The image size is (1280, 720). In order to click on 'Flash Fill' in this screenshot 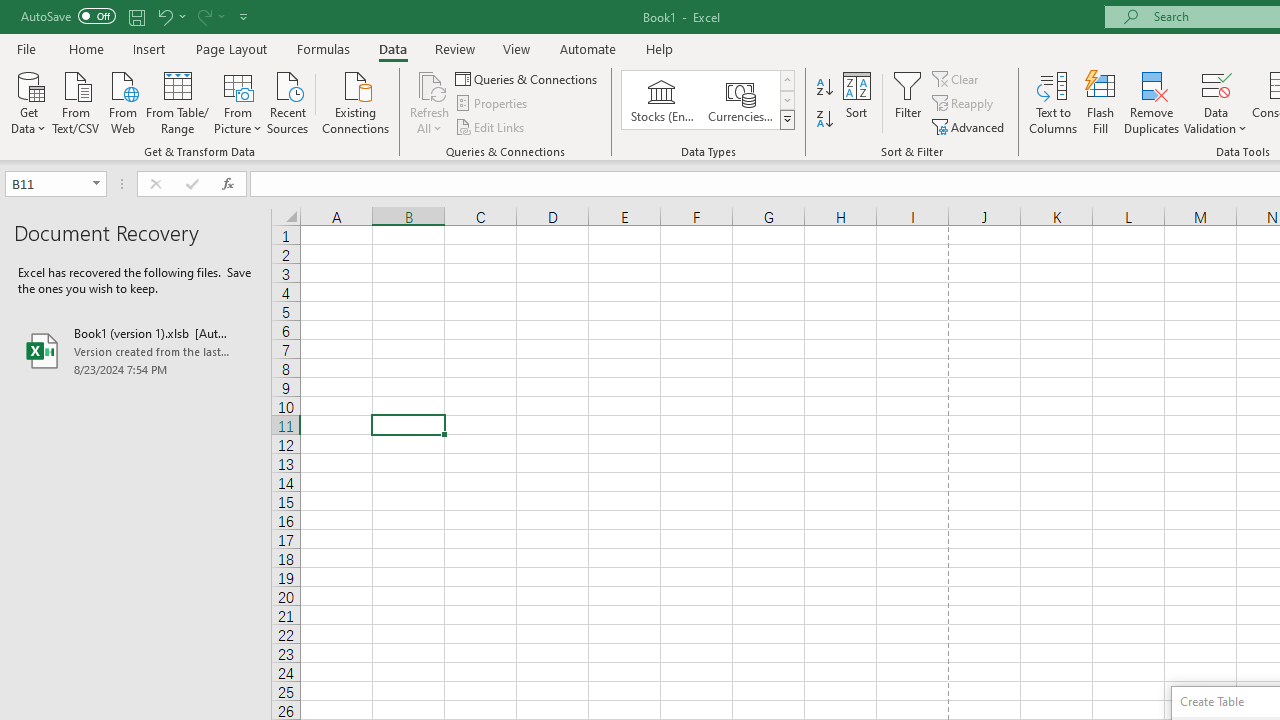, I will do `click(1100, 103)`.